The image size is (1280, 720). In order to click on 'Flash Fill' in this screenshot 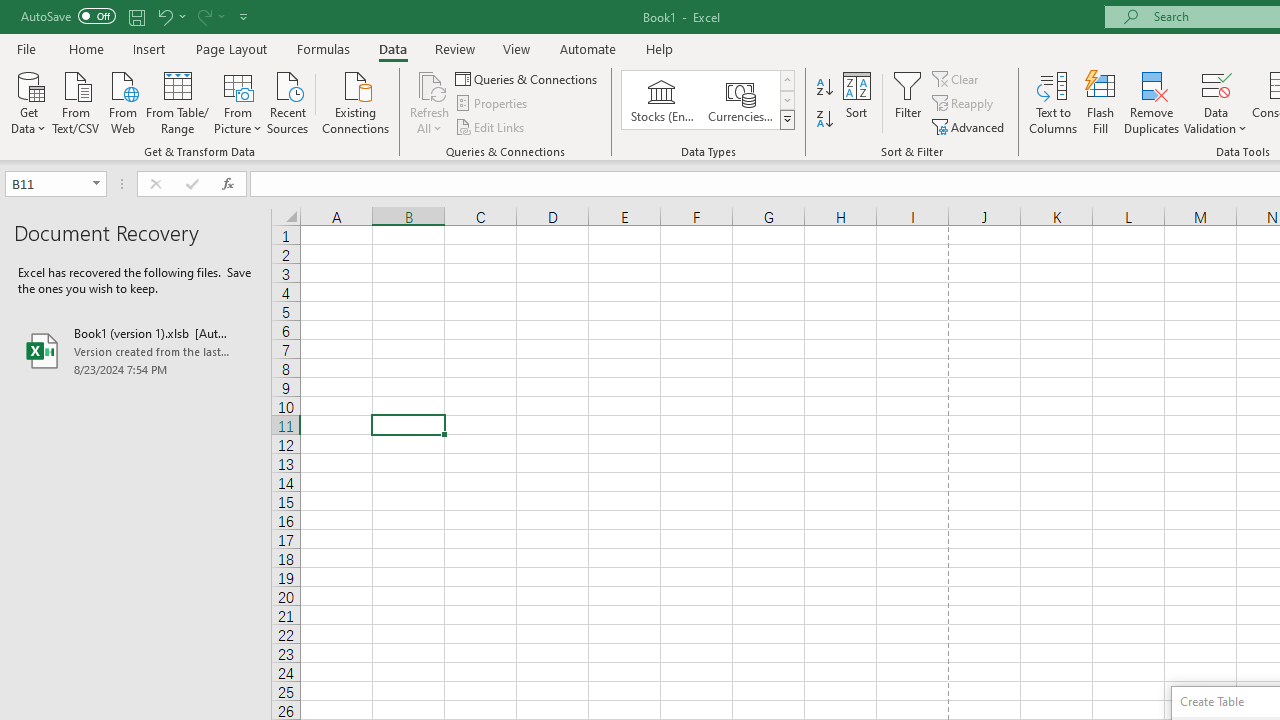, I will do `click(1100, 103)`.